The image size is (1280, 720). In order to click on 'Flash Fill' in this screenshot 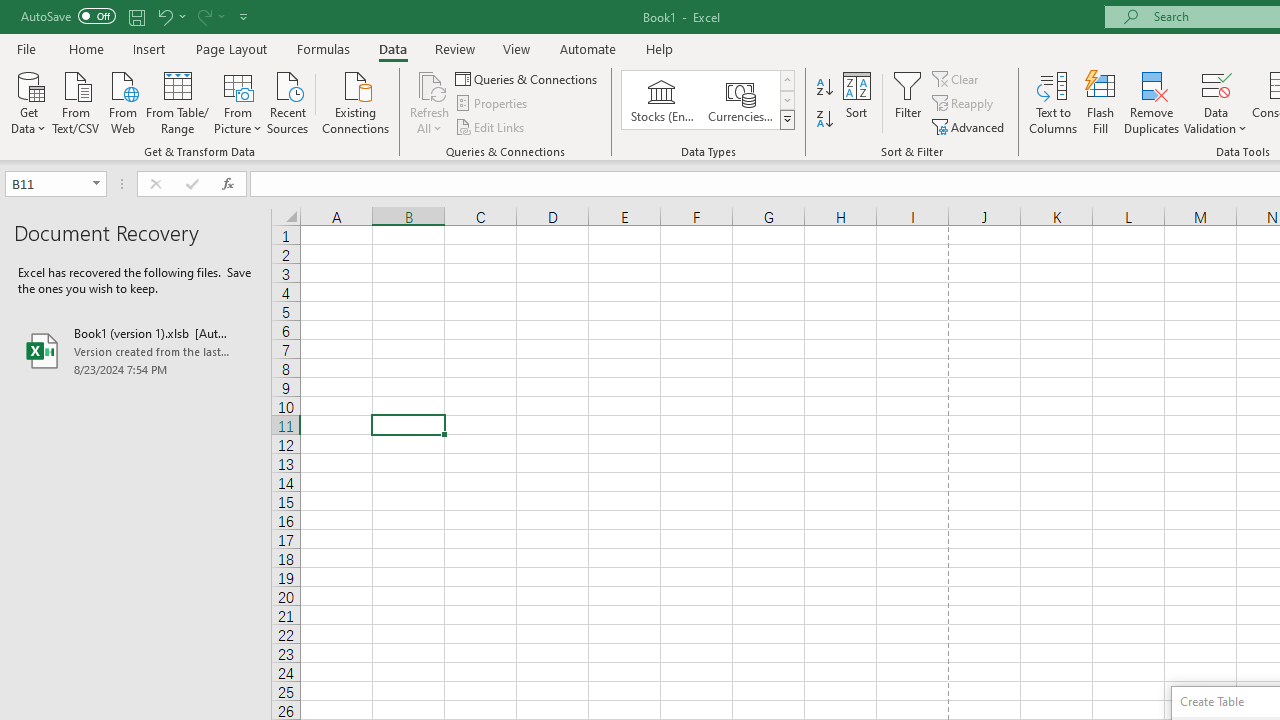, I will do `click(1100, 103)`.